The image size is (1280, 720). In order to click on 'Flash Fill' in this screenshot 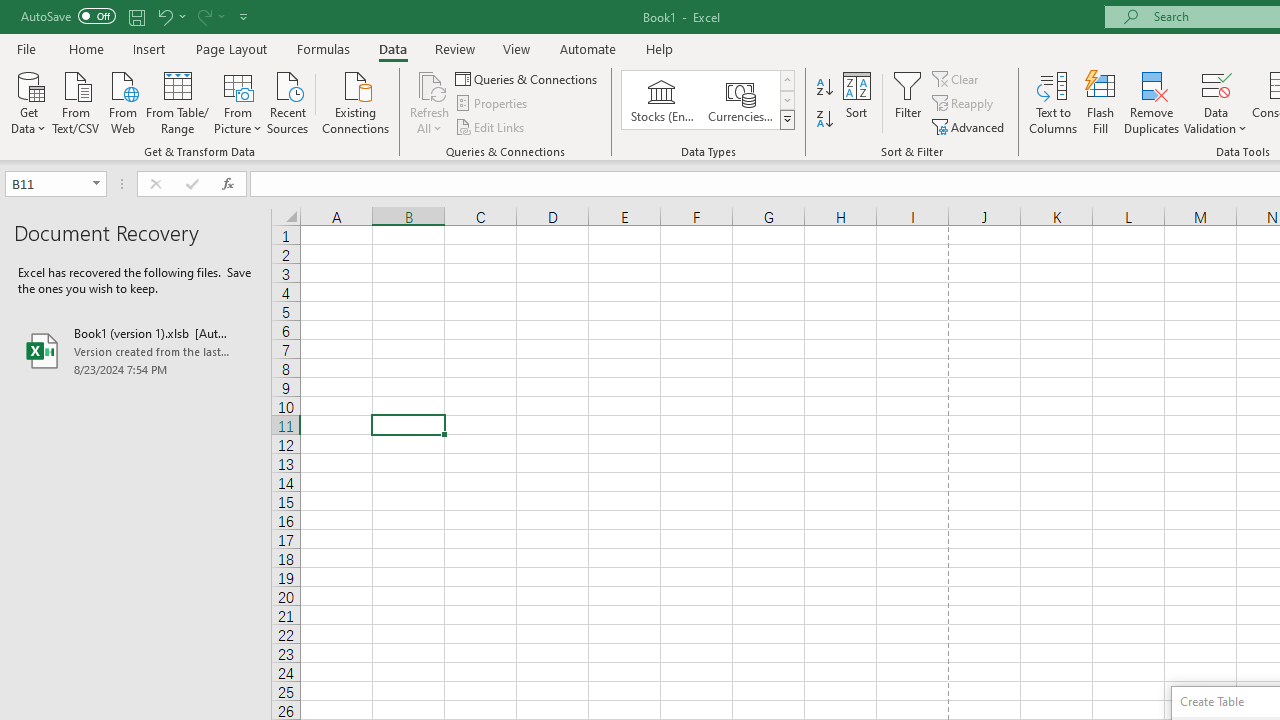, I will do `click(1100, 103)`.